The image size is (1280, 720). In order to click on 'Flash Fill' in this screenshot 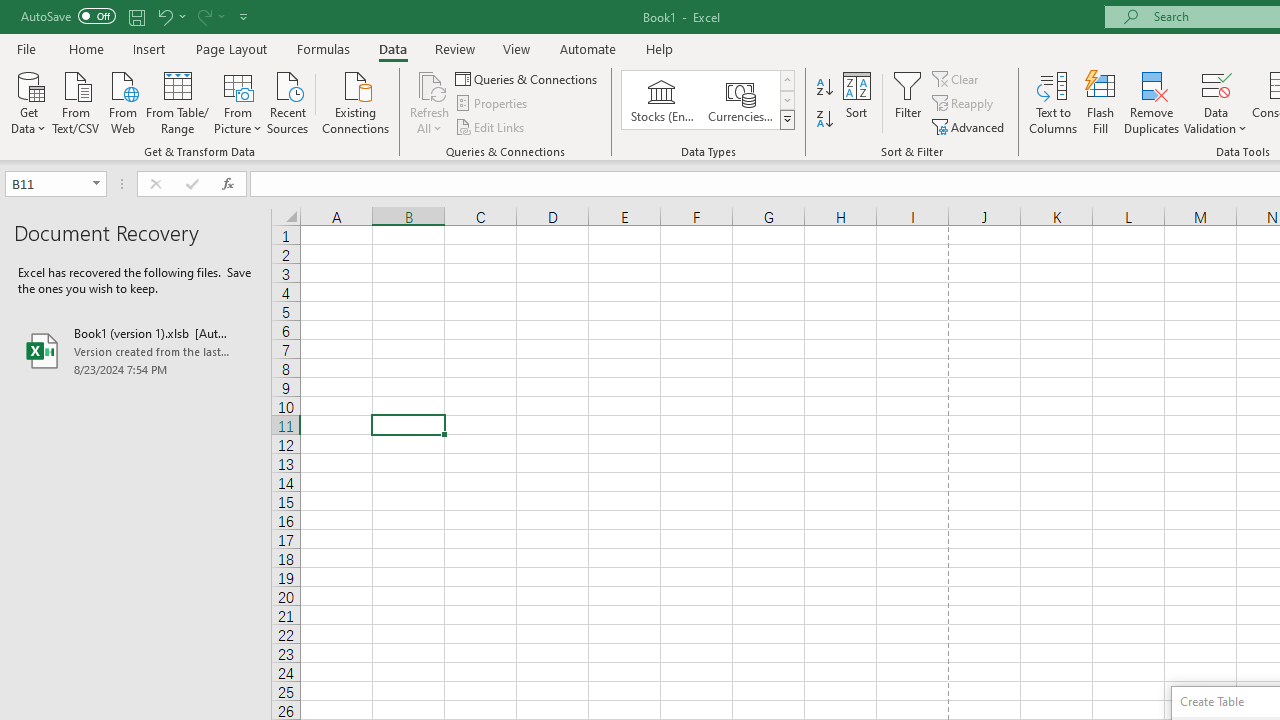, I will do `click(1100, 103)`.